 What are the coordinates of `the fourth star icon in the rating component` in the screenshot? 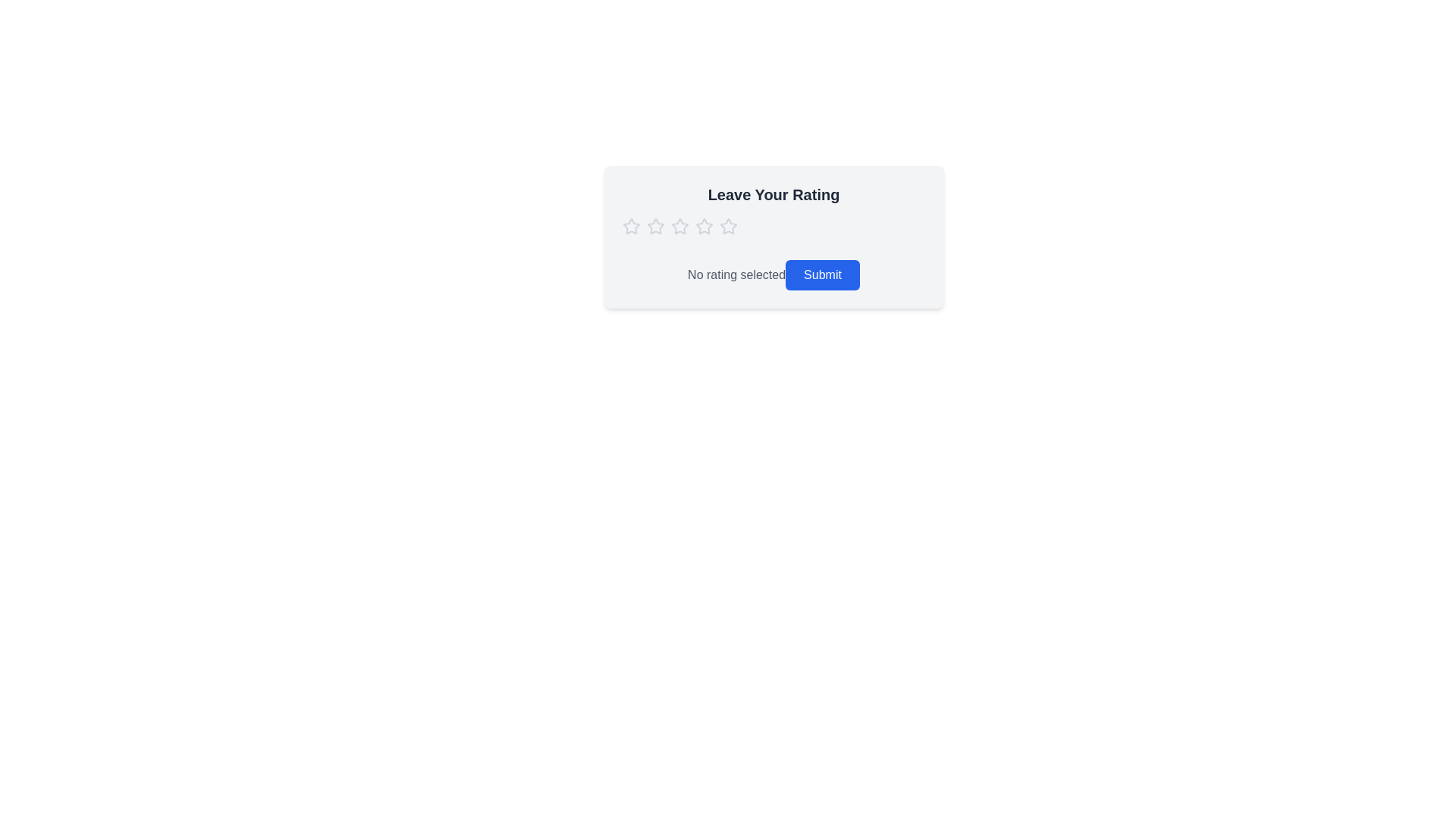 It's located at (703, 227).